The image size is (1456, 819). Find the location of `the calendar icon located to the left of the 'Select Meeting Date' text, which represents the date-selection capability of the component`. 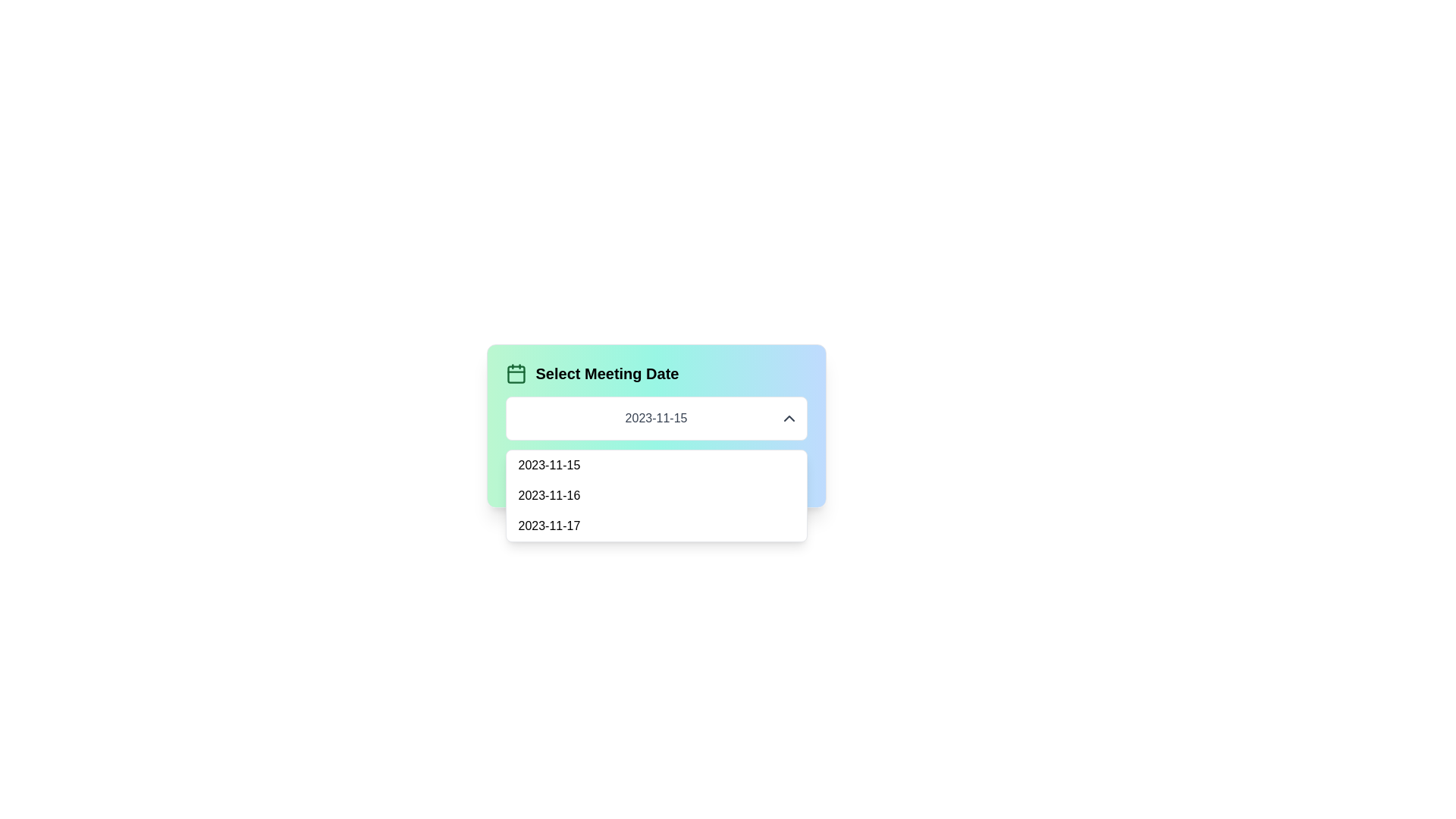

the calendar icon located to the left of the 'Select Meeting Date' text, which represents the date-selection capability of the component is located at coordinates (516, 374).